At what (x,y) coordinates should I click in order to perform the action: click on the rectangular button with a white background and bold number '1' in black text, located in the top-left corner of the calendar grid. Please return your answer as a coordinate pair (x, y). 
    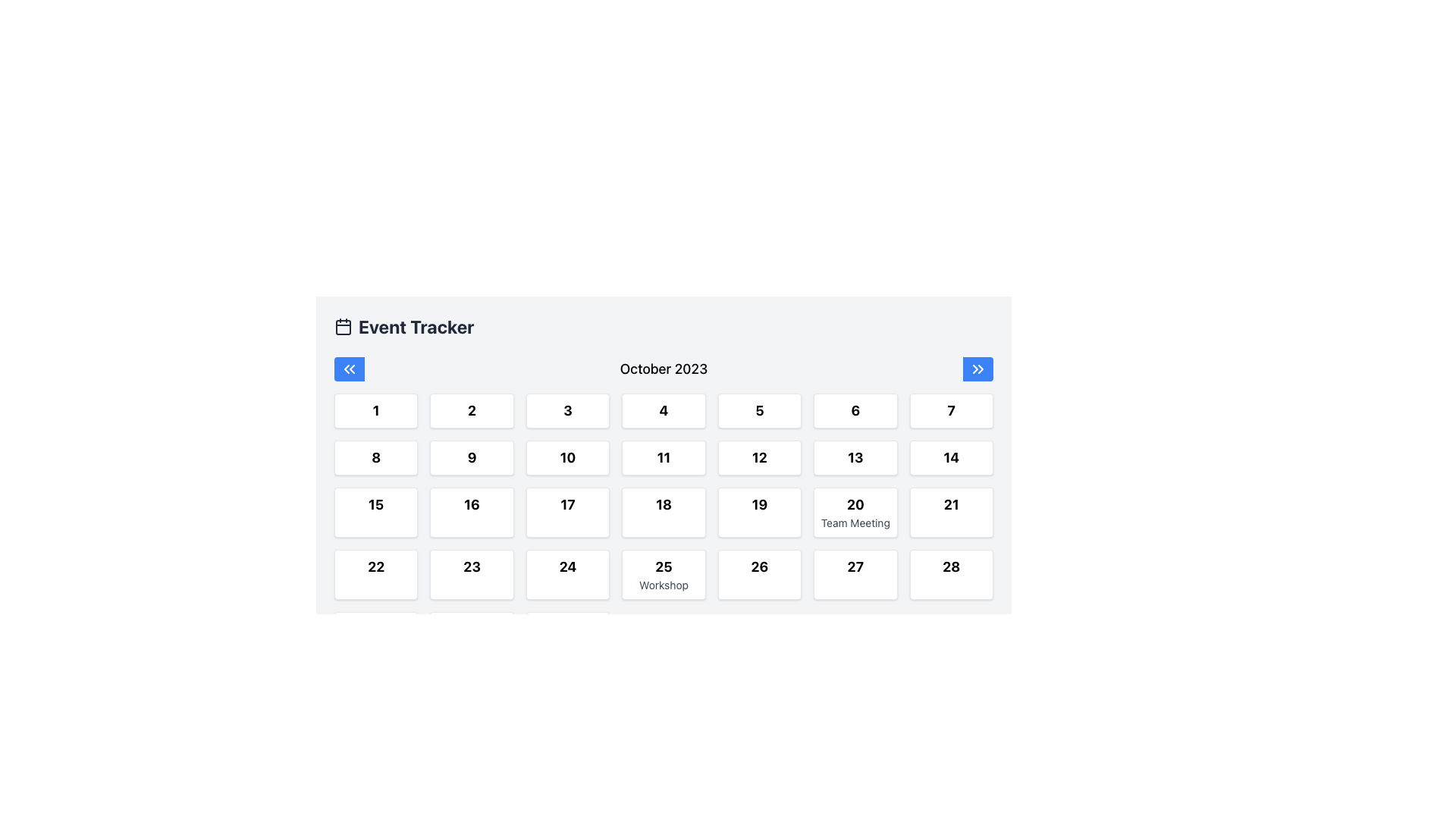
    Looking at the image, I should click on (376, 411).